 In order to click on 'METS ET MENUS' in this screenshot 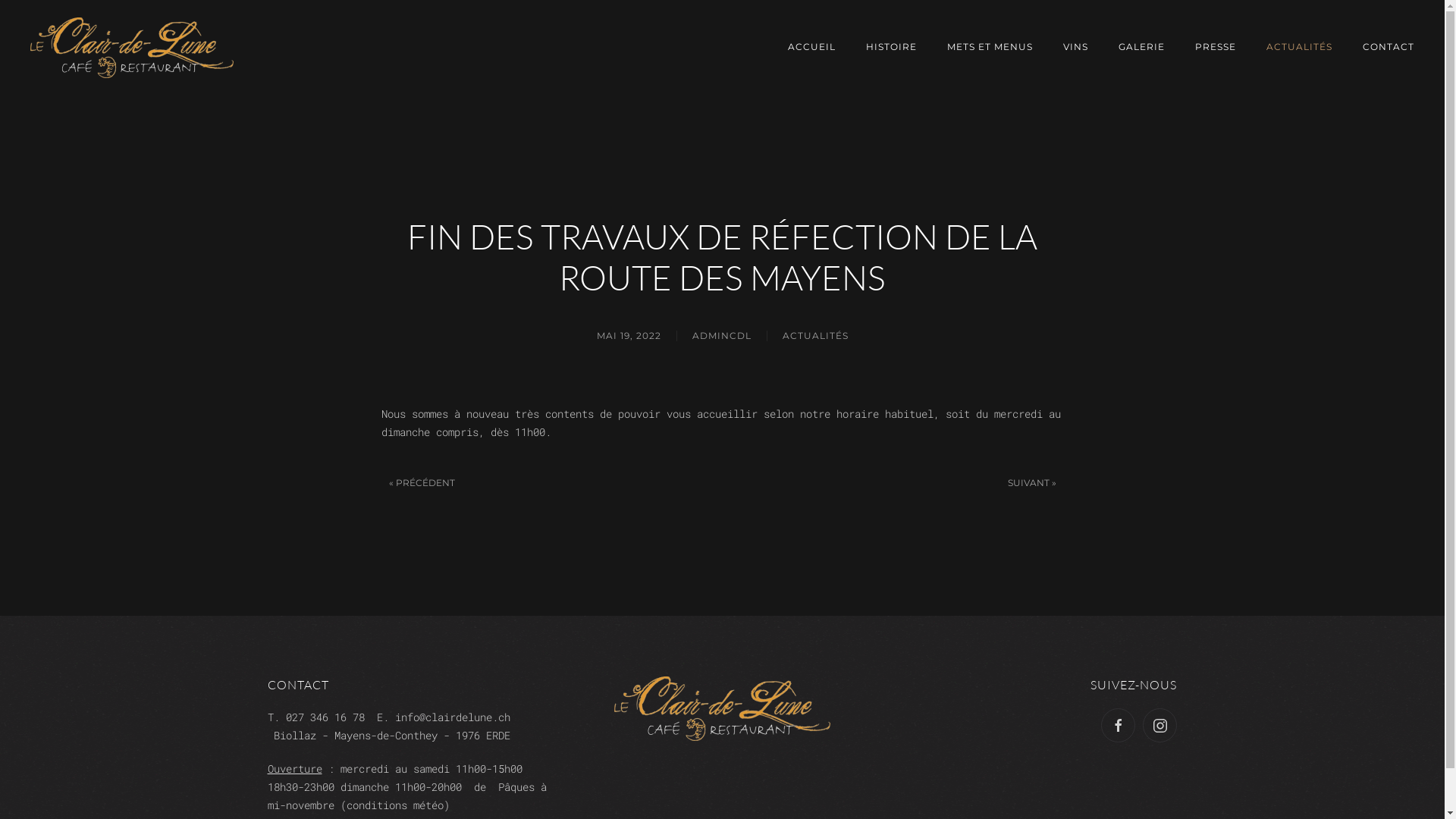, I will do `click(990, 46)`.